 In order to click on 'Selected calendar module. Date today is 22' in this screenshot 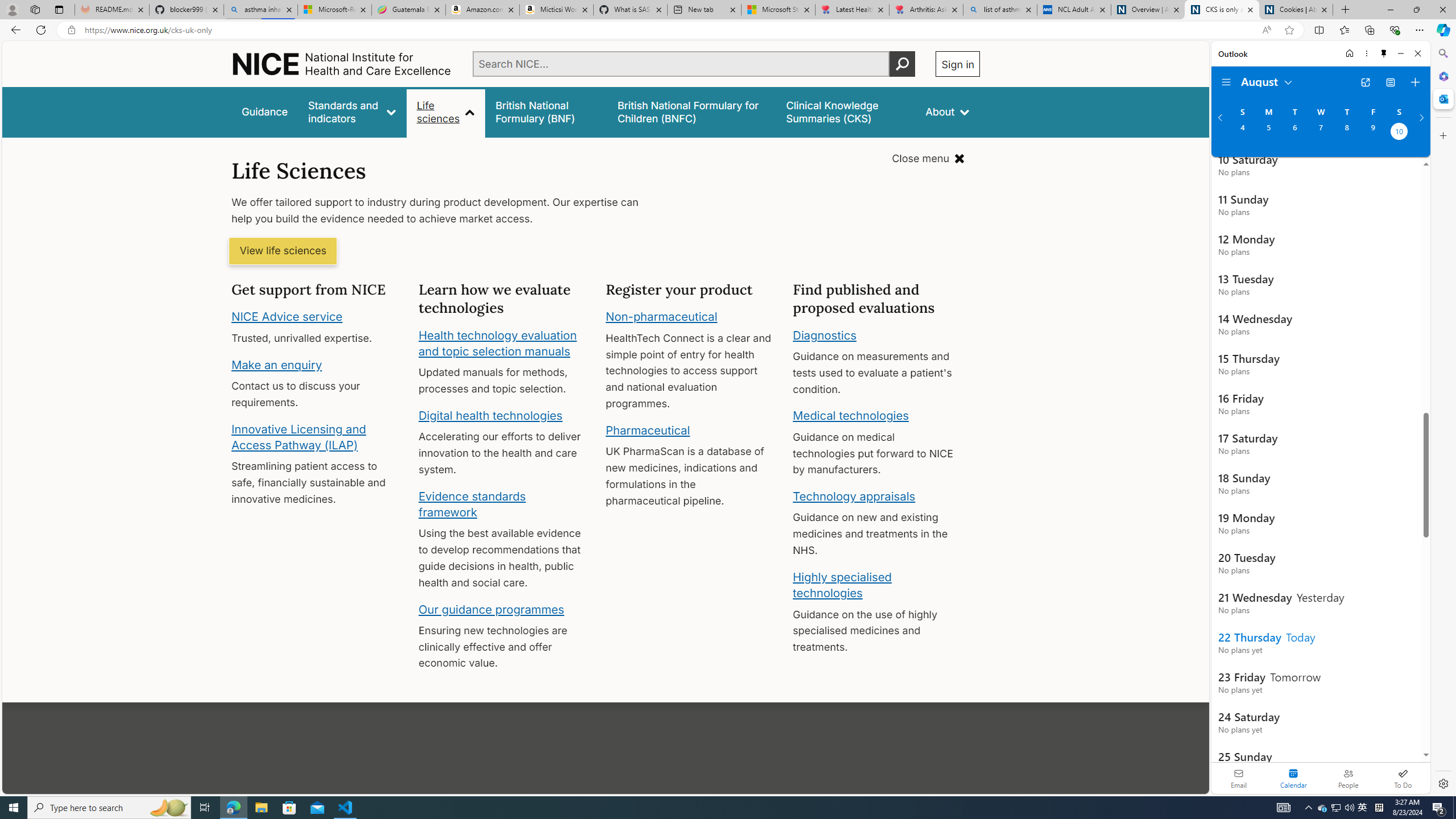, I will do `click(1293, 777)`.